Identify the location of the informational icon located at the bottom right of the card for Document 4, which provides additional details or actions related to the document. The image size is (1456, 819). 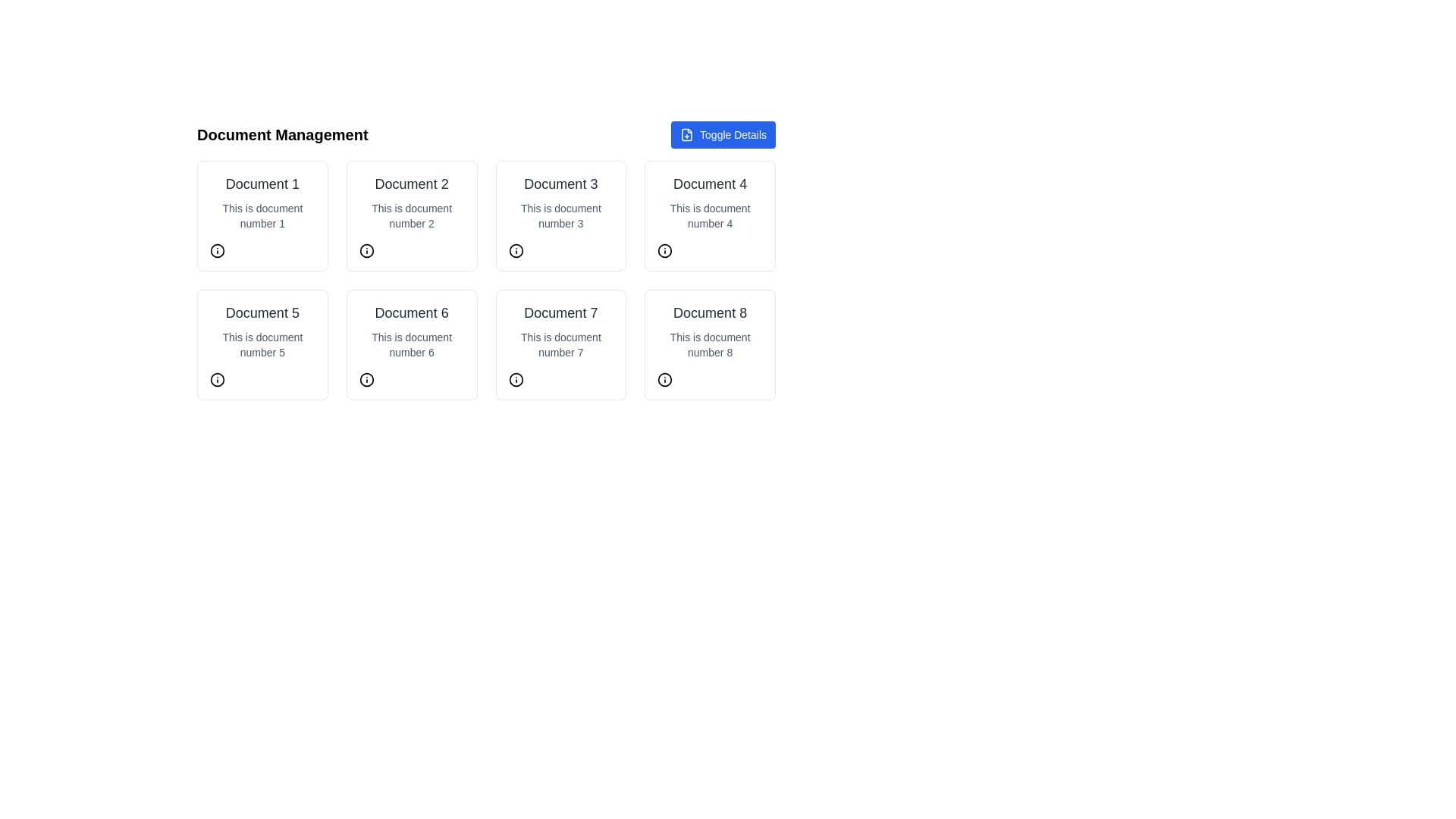
(665, 250).